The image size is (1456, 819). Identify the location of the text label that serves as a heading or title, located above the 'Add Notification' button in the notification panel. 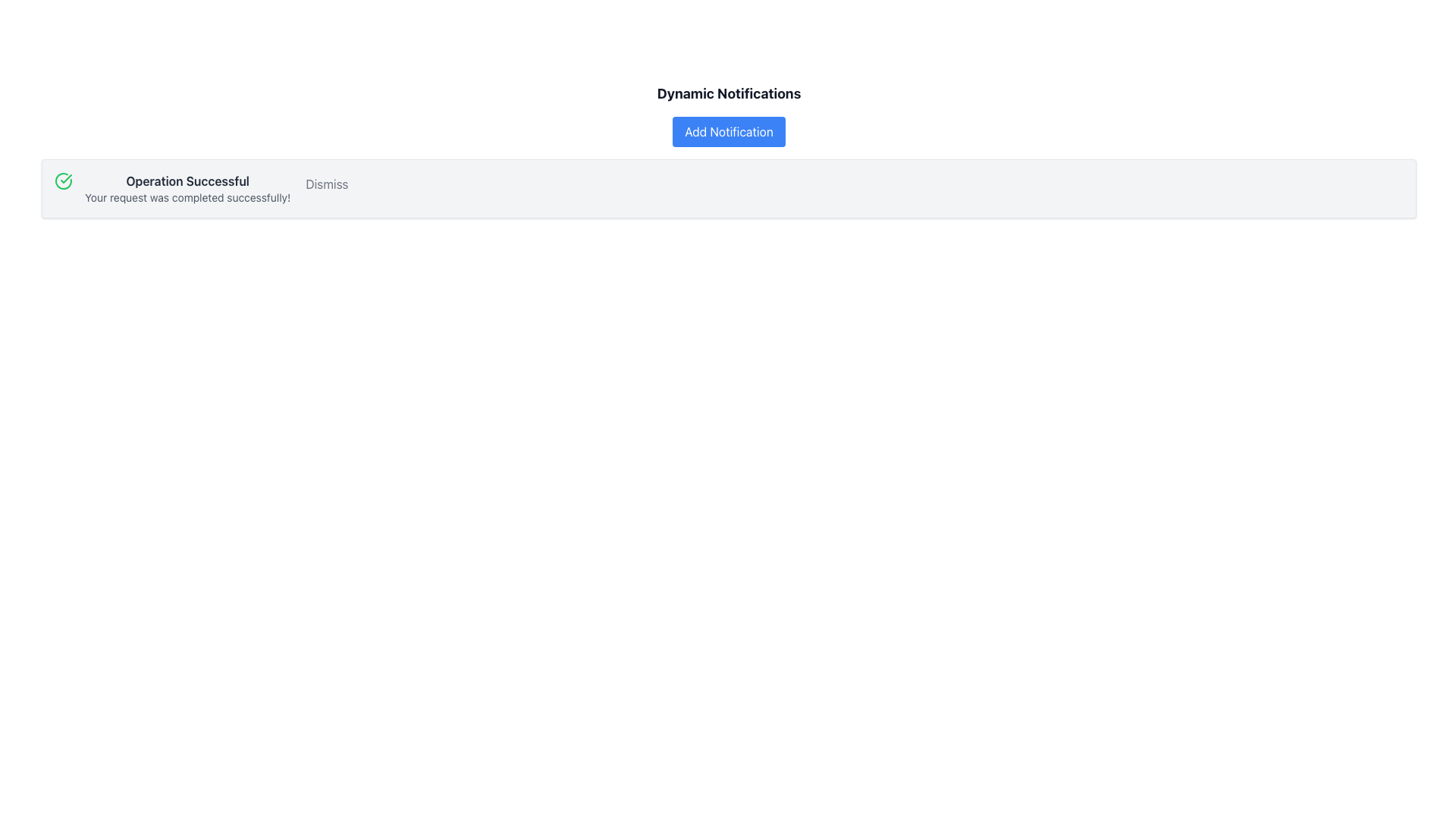
(729, 93).